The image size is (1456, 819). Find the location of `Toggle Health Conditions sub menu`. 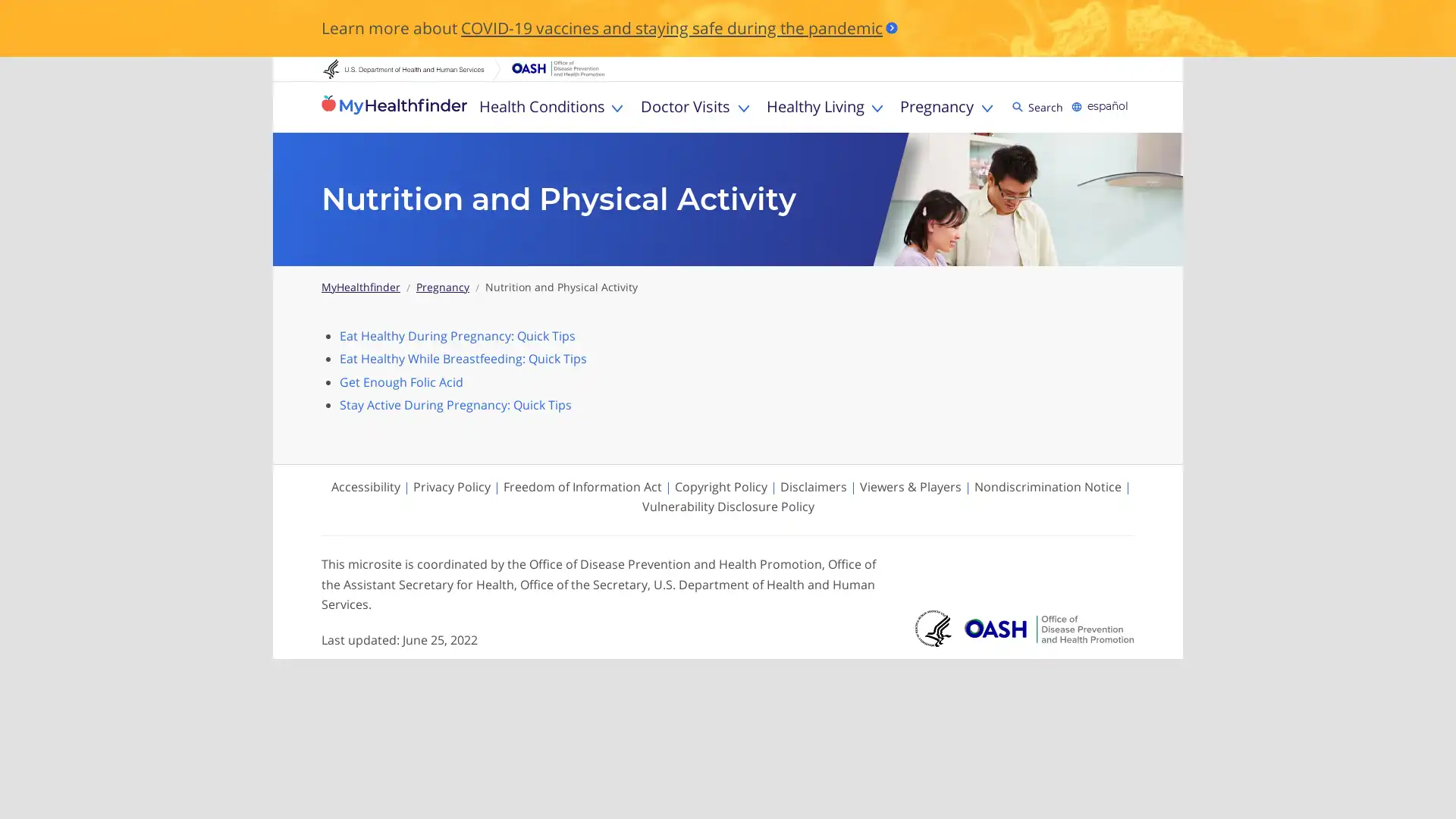

Toggle Health Conditions sub menu is located at coordinates (617, 106).